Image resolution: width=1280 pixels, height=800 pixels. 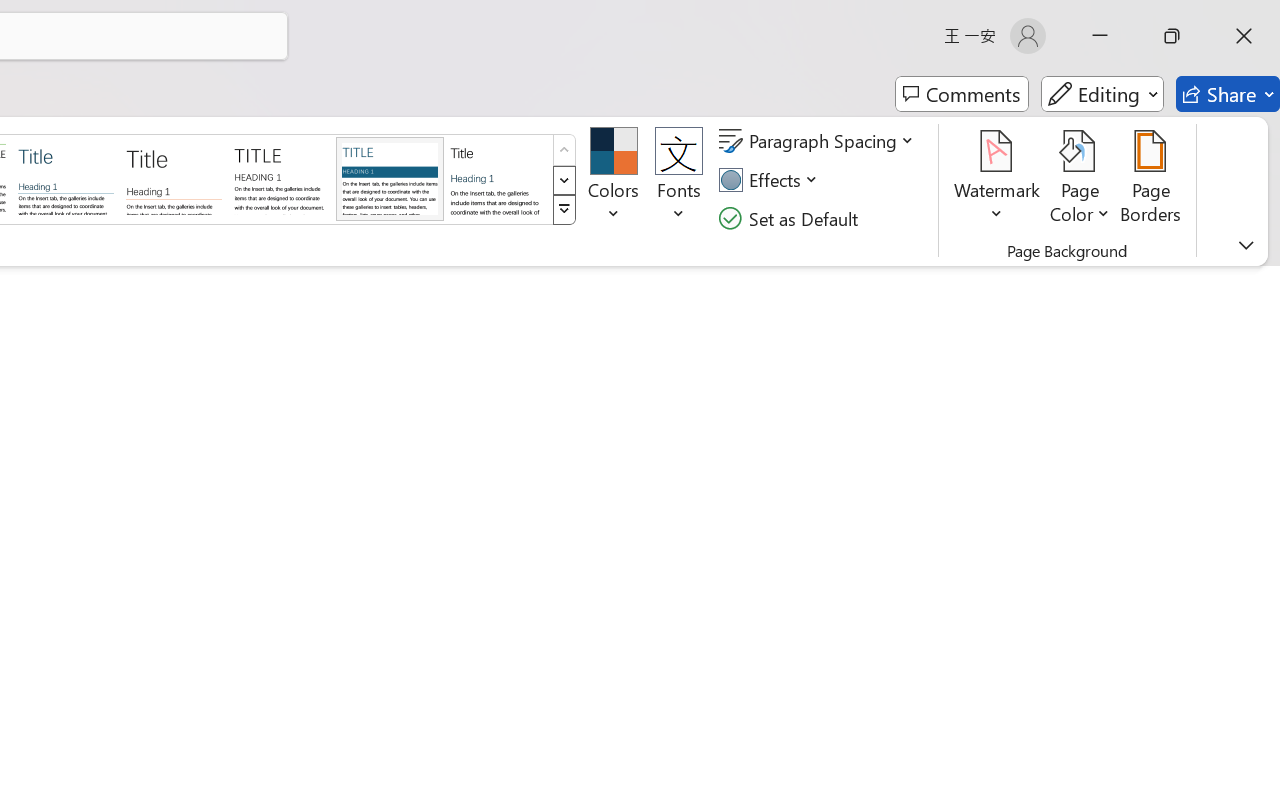 I want to click on 'Paragraph Spacing', so click(x=819, y=141).